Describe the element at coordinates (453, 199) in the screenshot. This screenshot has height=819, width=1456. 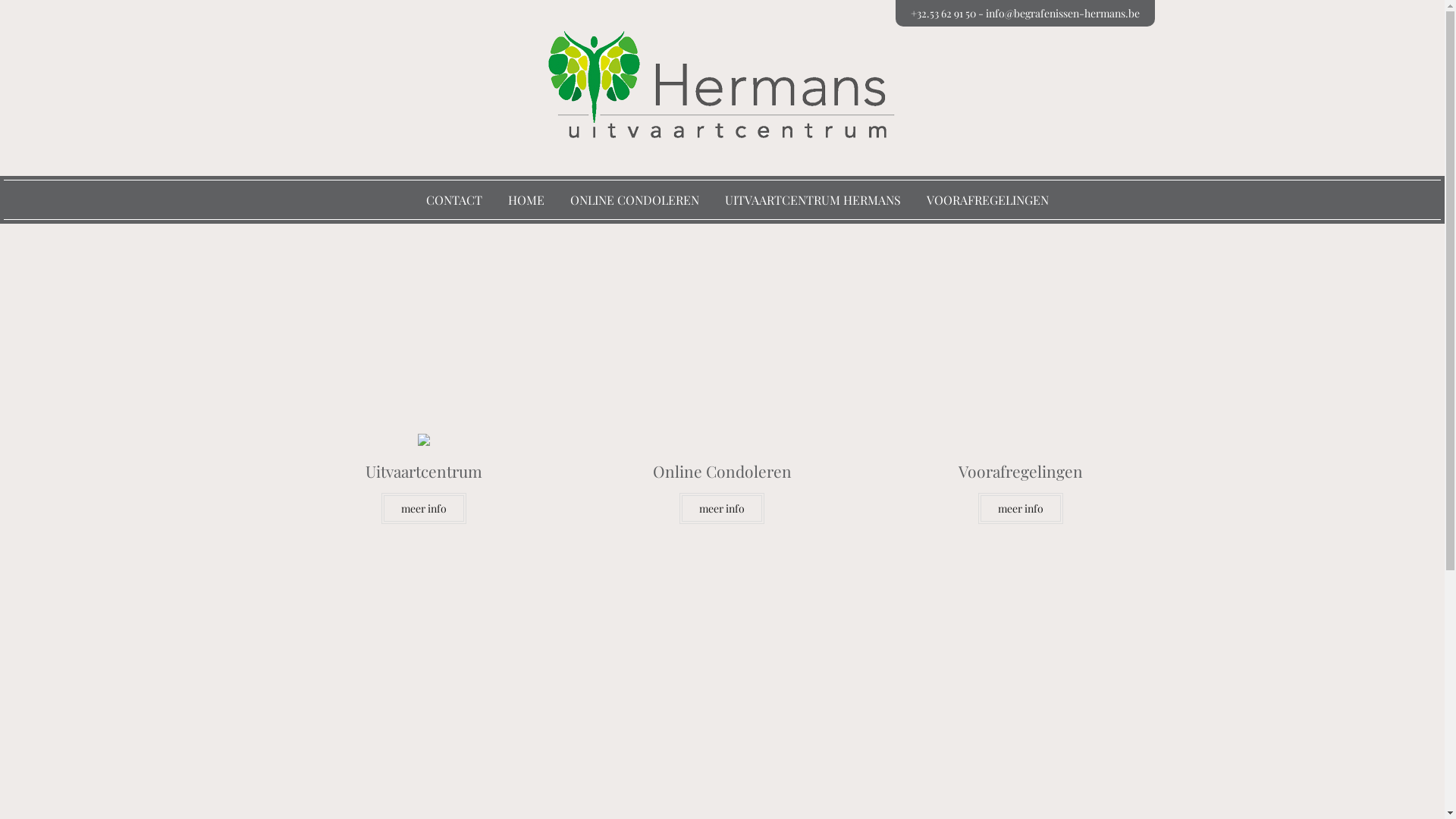
I see `'CONTACT'` at that location.